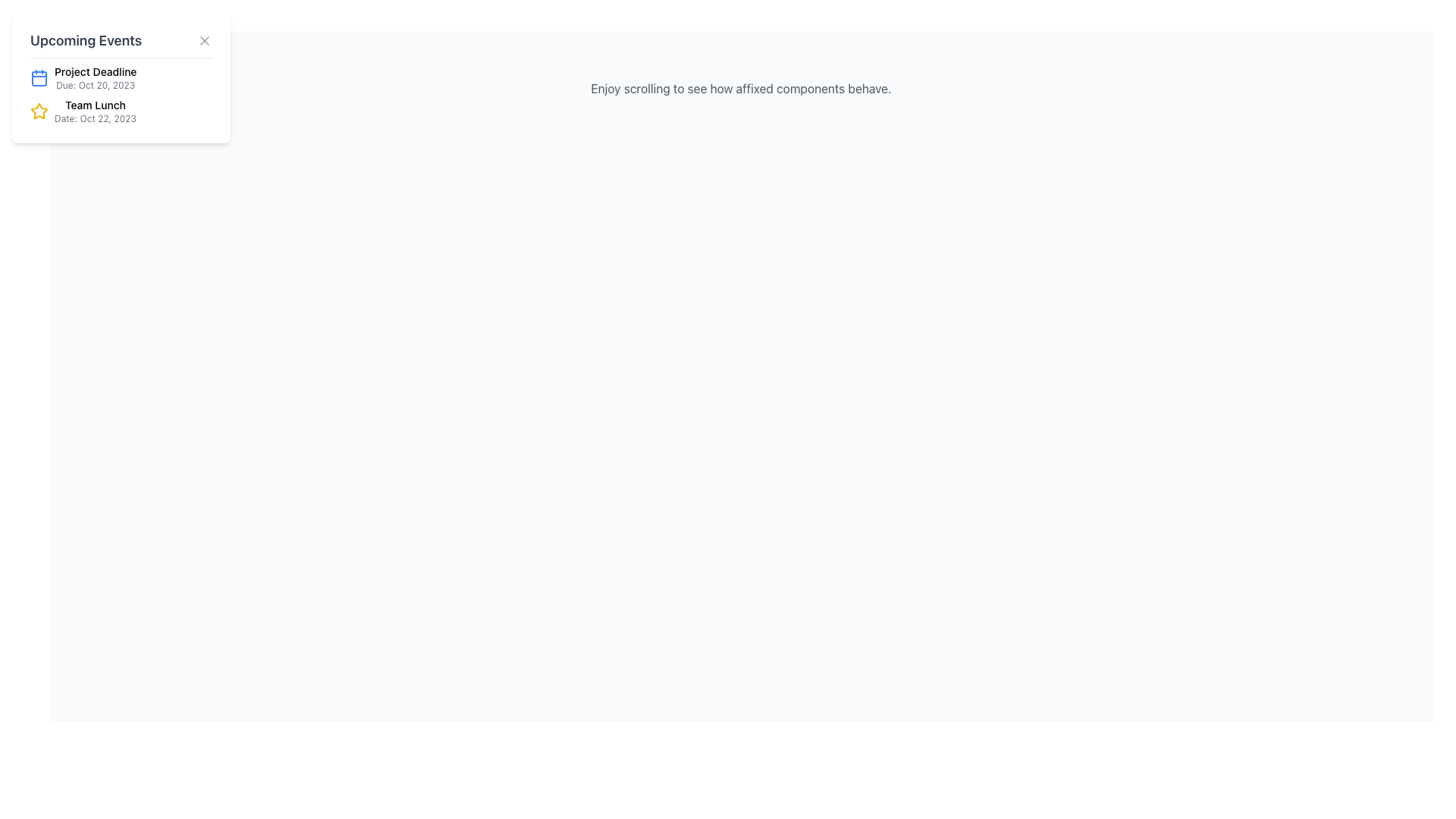  Describe the element at coordinates (39, 79) in the screenshot. I see `the calendar icon representing the 'Project Deadline' event in the 'Upcoming Events' list` at that location.